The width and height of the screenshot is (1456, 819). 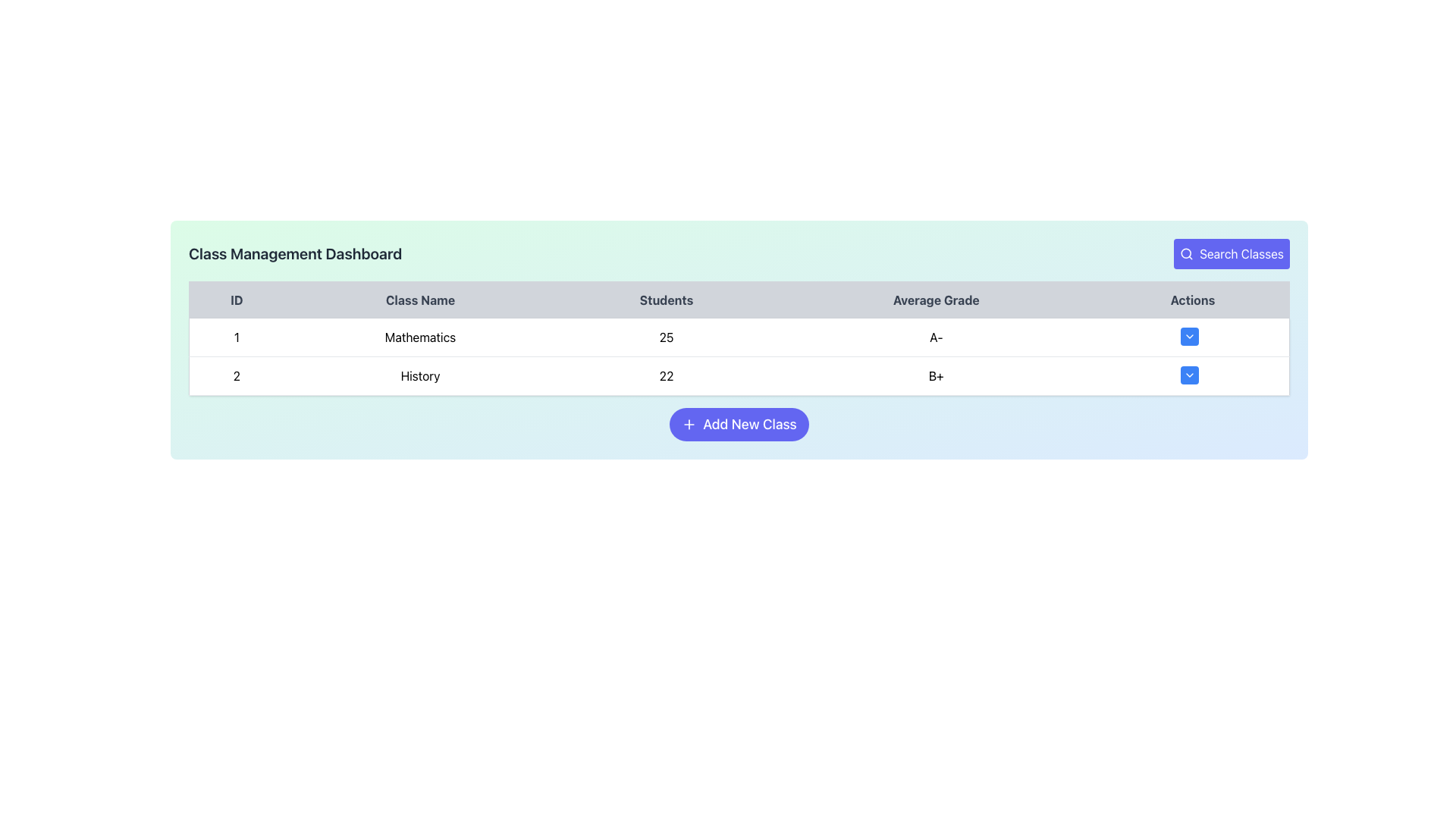 What do you see at coordinates (295, 253) in the screenshot?
I see `text 'Class Management Dashboard' which is prominently displayed in a larger, bold font at the top-left portion of the interface` at bounding box center [295, 253].